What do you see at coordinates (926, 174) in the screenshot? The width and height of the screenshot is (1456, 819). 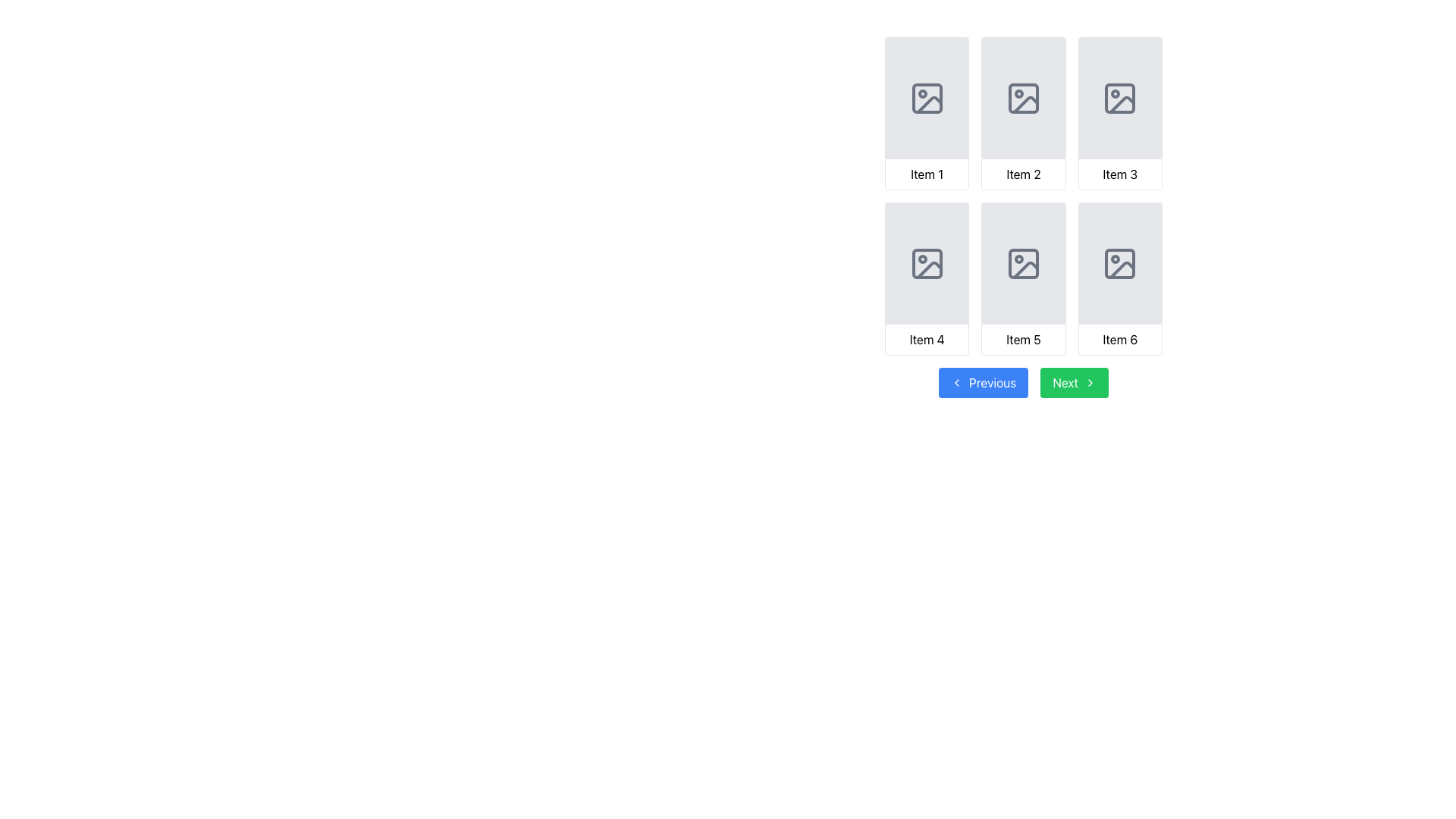 I see `the static text label located below the image placeholder in the first item of a 2x3 grid layout` at bounding box center [926, 174].